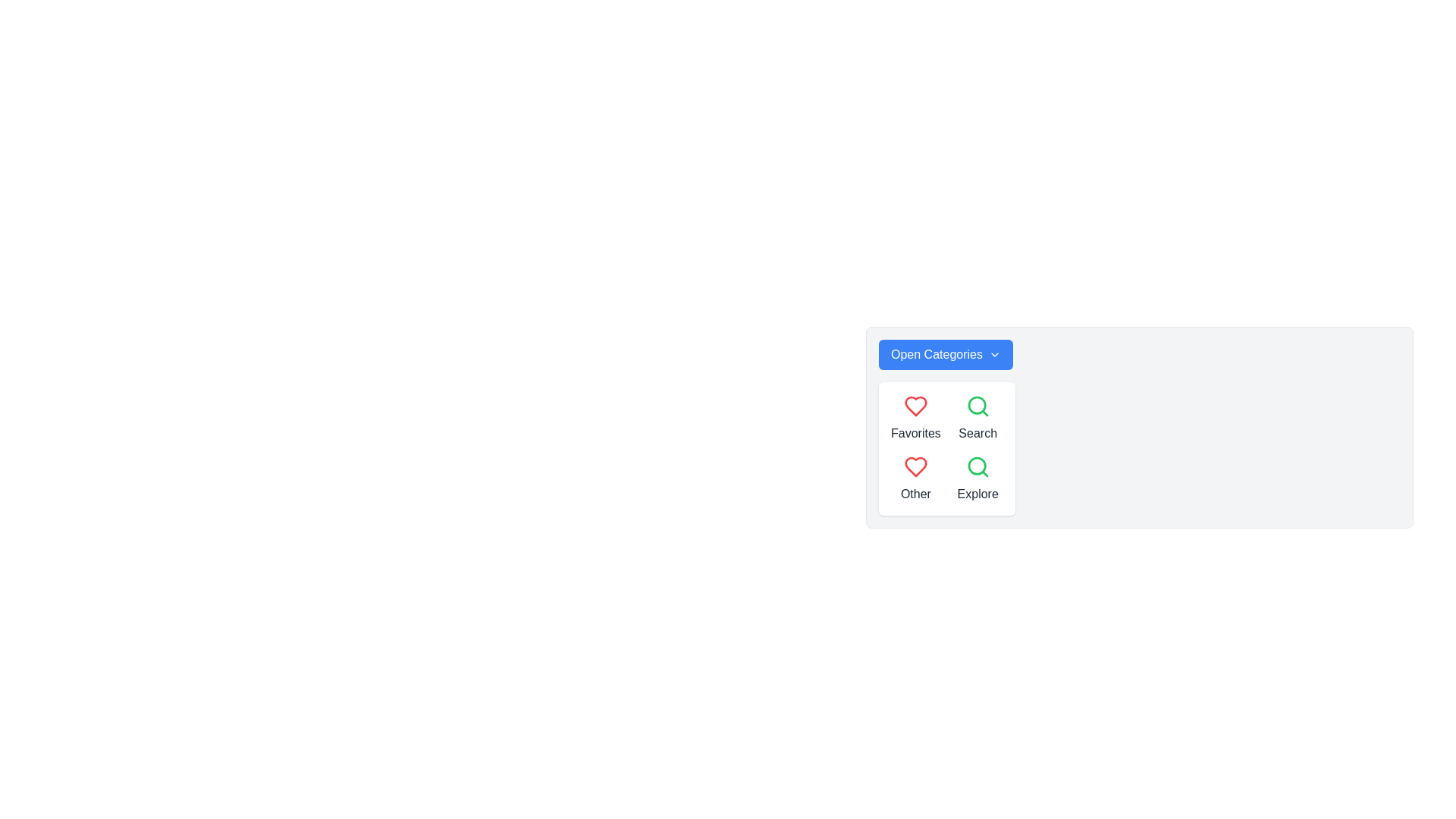 The height and width of the screenshot is (819, 1456). I want to click on the static text label that reads 'Search', styled with a class named 'text-gray-800', which is positioned adjacent to a magnifying glass icon, so click(977, 433).